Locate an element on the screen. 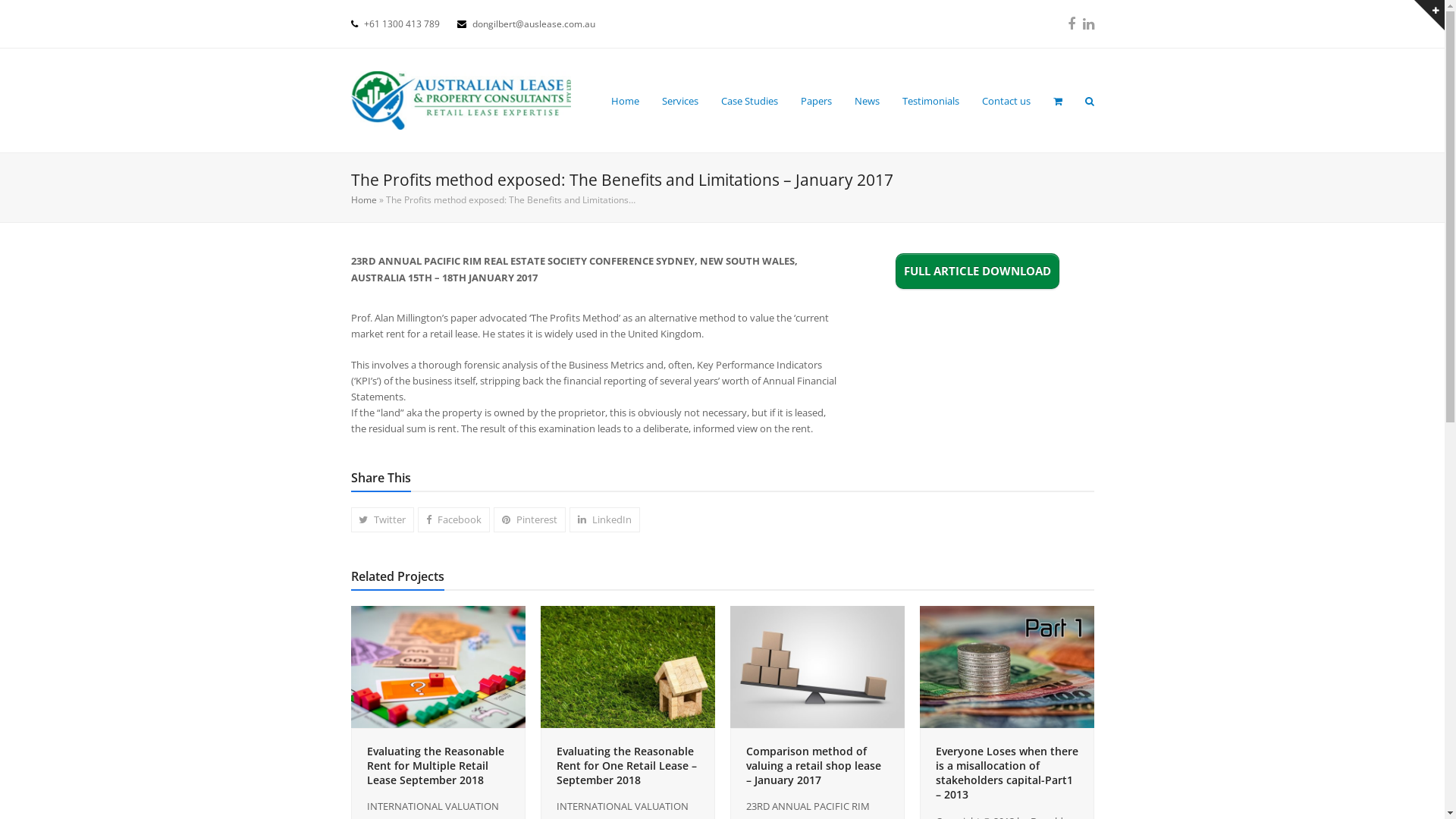 Image resolution: width=1456 pixels, height=819 pixels. 'Pinterest' is located at coordinates (529, 519).